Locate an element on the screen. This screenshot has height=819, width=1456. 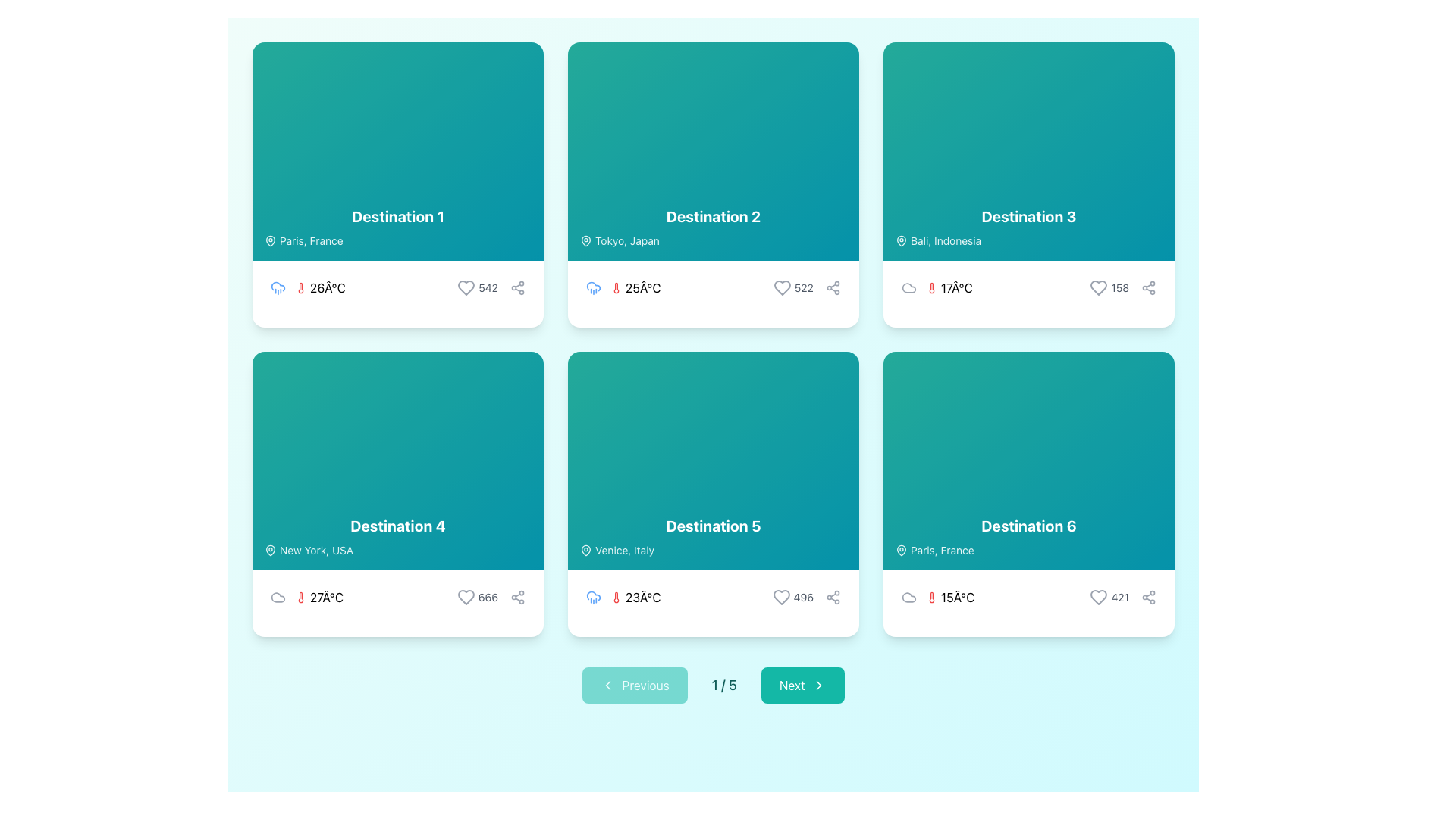
text content of the Text label that displays the title or name of the highlighted destination, located at the top of the card in the first row and third column of a grid layout is located at coordinates (1029, 216).